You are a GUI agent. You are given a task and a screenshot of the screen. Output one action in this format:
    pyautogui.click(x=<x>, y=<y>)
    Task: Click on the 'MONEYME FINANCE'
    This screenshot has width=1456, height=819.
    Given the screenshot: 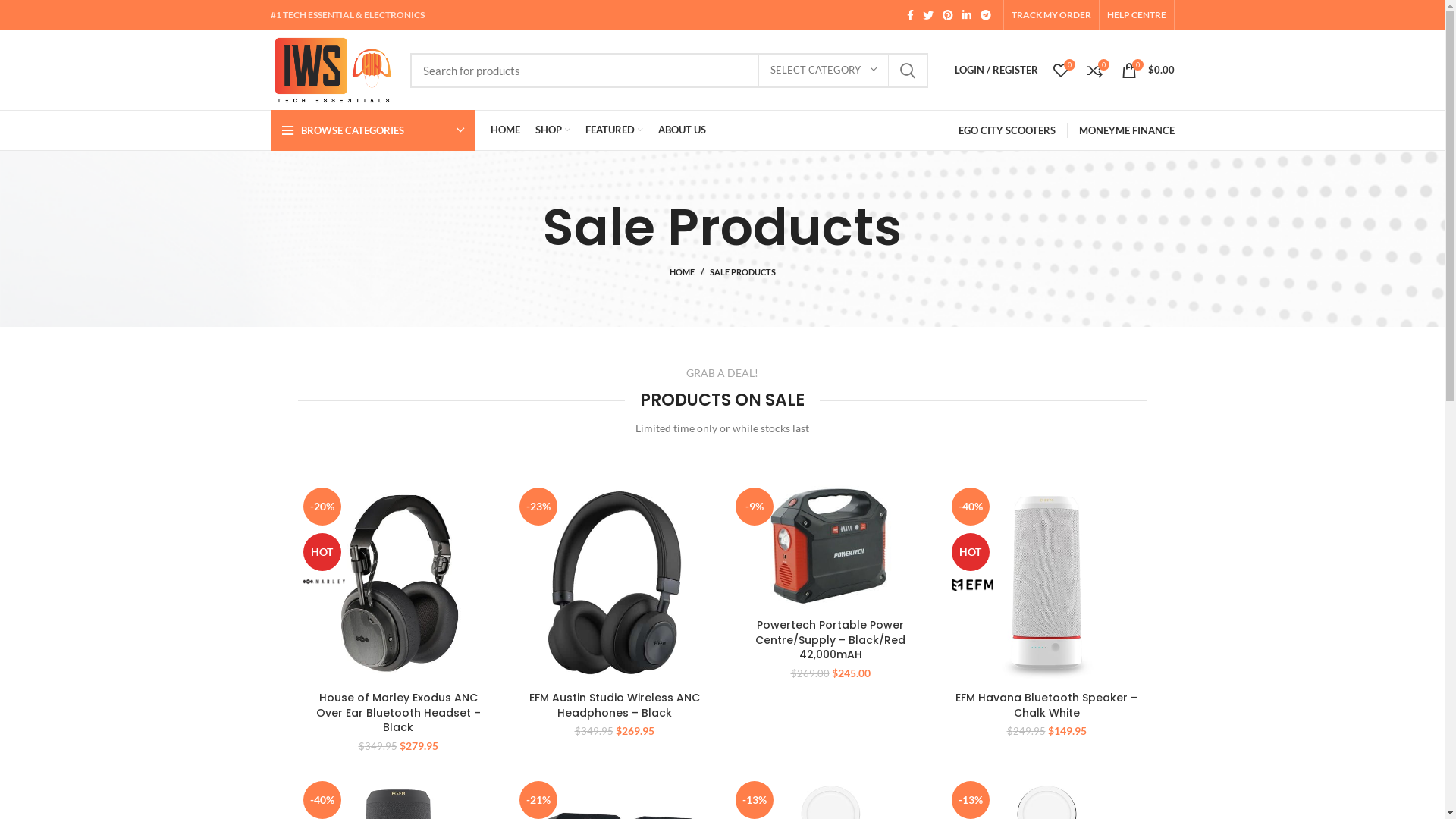 What is the action you would take?
    pyautogui.click(x=1125, y=130)
    